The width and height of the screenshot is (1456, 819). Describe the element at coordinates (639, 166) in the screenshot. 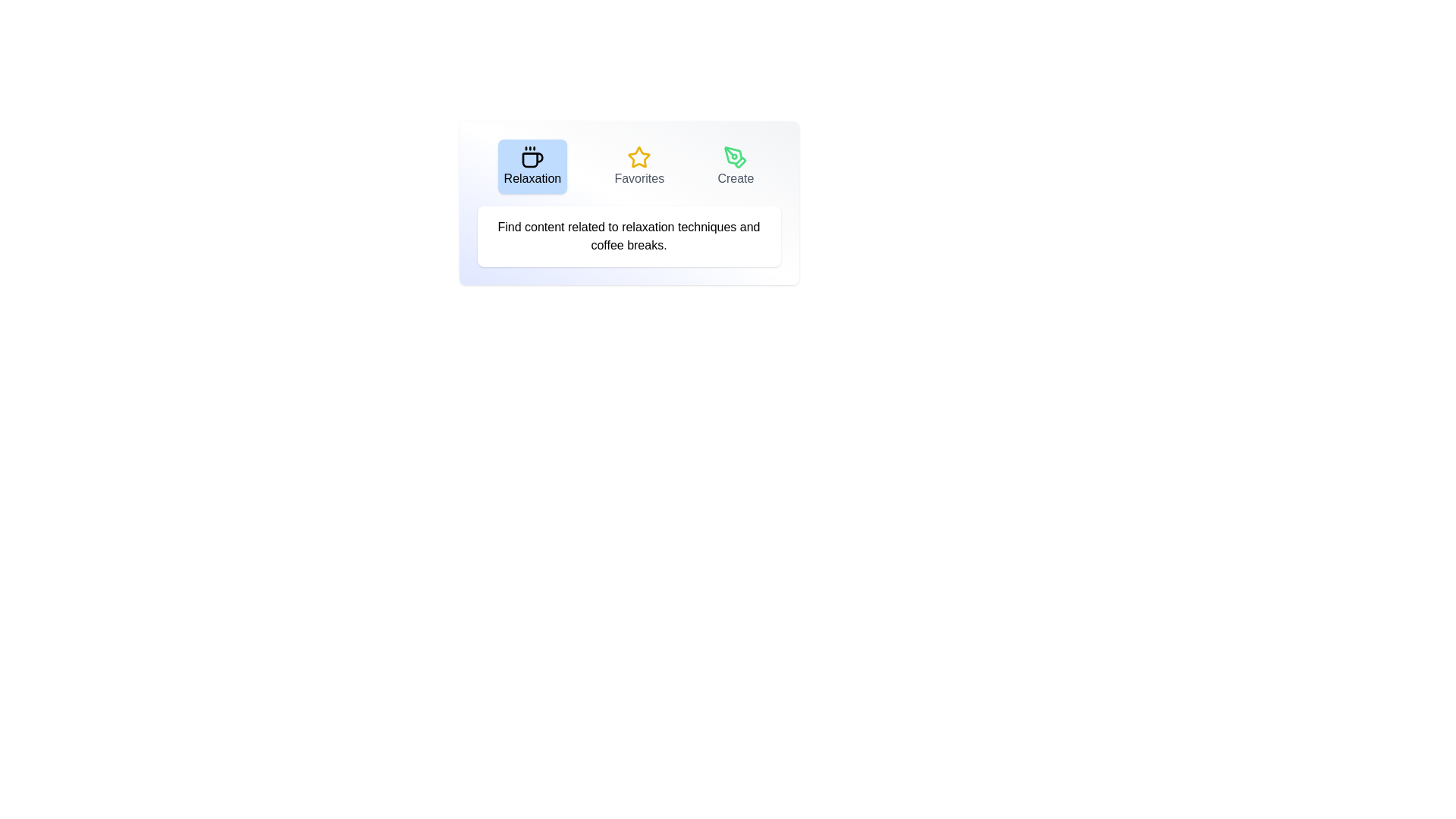

I see `the 'Favorites' tab button to switch to its content` at that location.